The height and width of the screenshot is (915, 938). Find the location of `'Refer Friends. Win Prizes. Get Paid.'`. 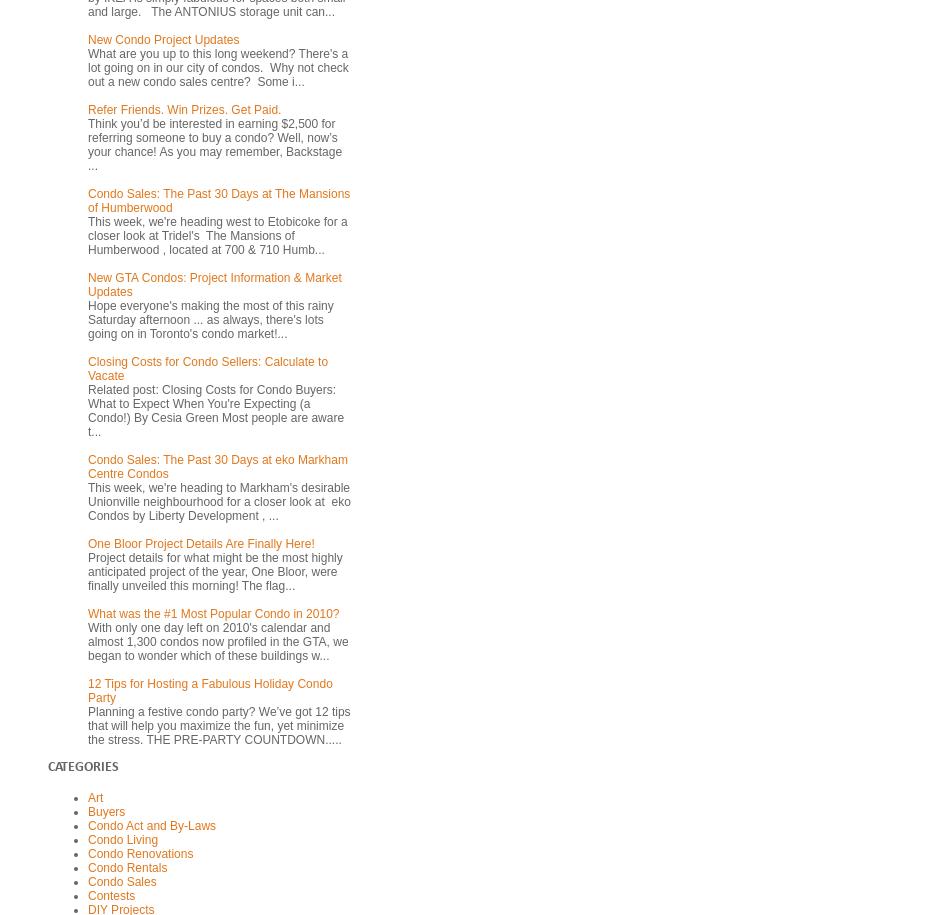

'Refer Friends. Win Prizes. Get Paid.' is located at coordinates (183, 108).